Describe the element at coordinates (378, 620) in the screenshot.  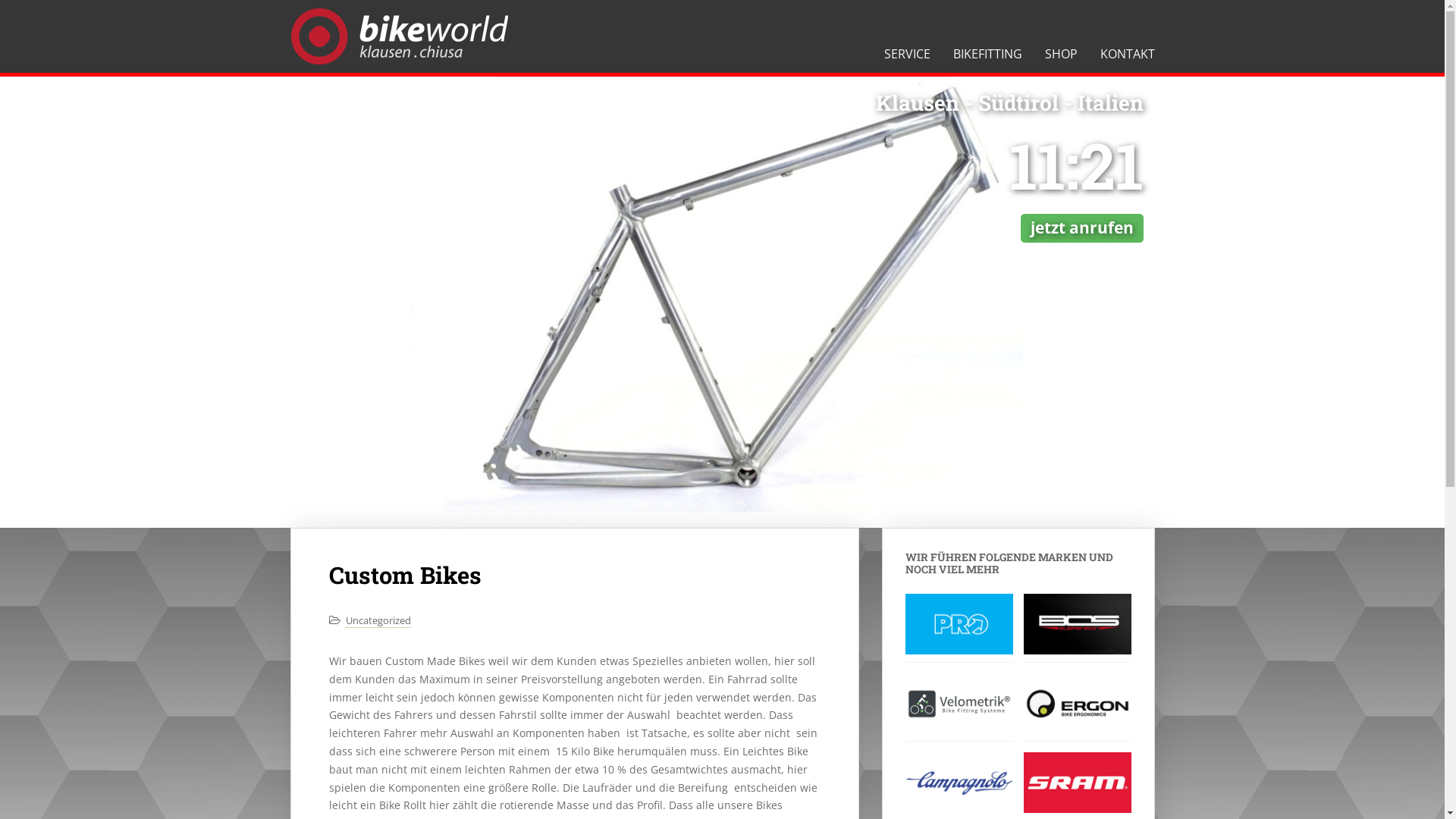
I see `'Uncategorized'` at that location.